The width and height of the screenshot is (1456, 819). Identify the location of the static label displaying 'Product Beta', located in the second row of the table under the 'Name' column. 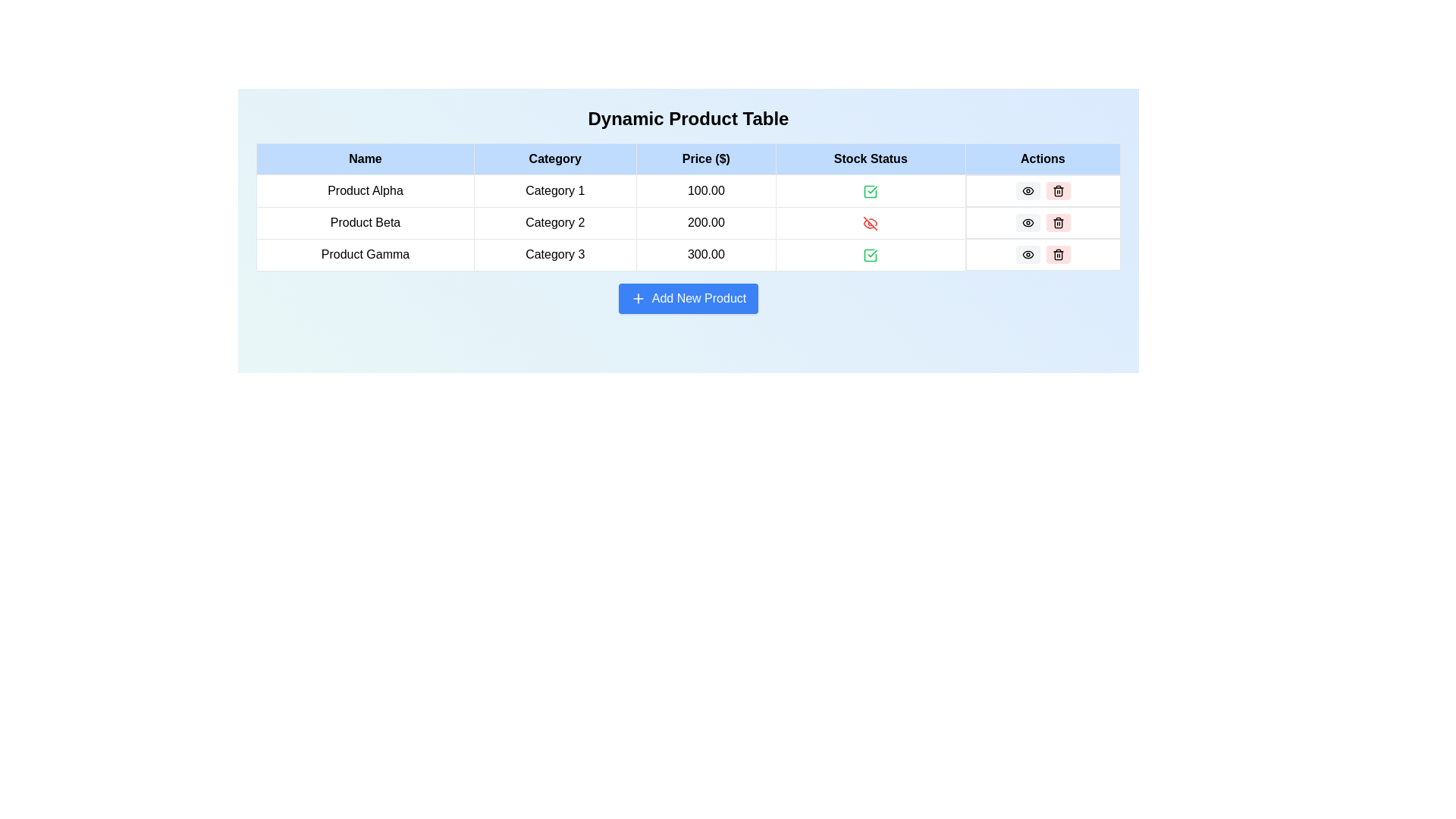
(365, 222).